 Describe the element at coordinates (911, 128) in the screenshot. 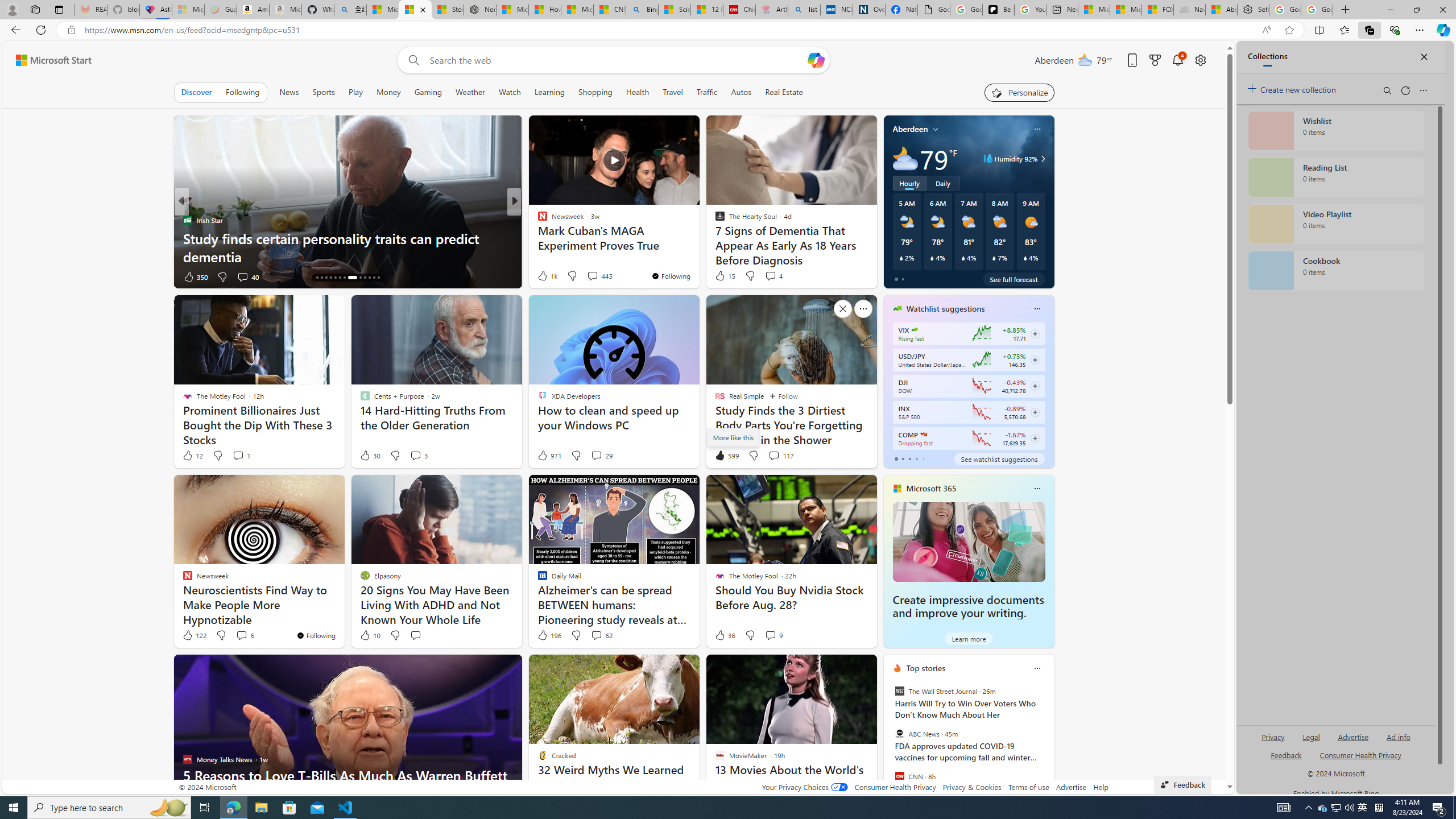

I see `'Aberdeen'` at that location.